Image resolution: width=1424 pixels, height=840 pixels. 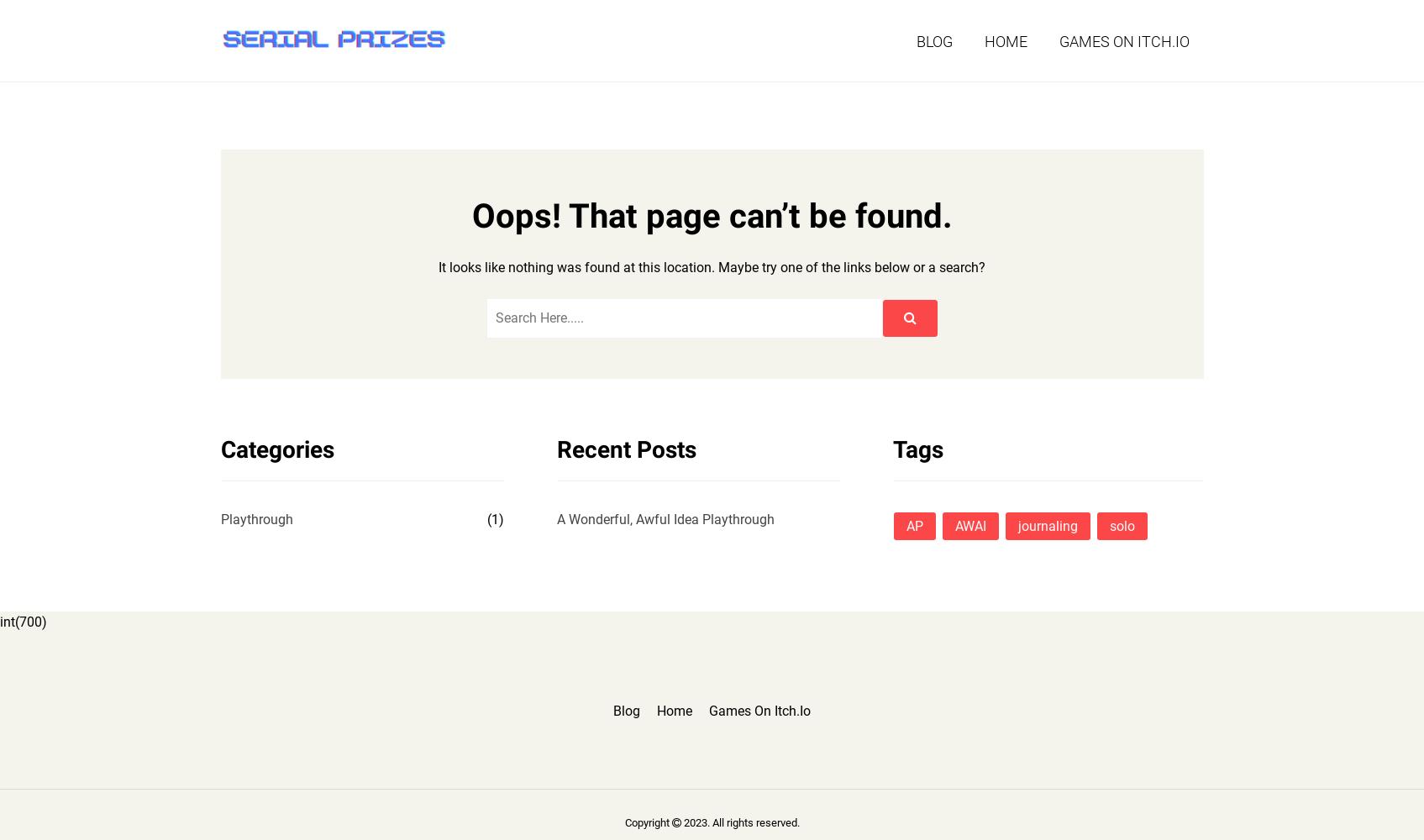 What do you see at coordinates (276, 449) in the screenshot?
I see `'Categories'` at bounding box center [276, 449].